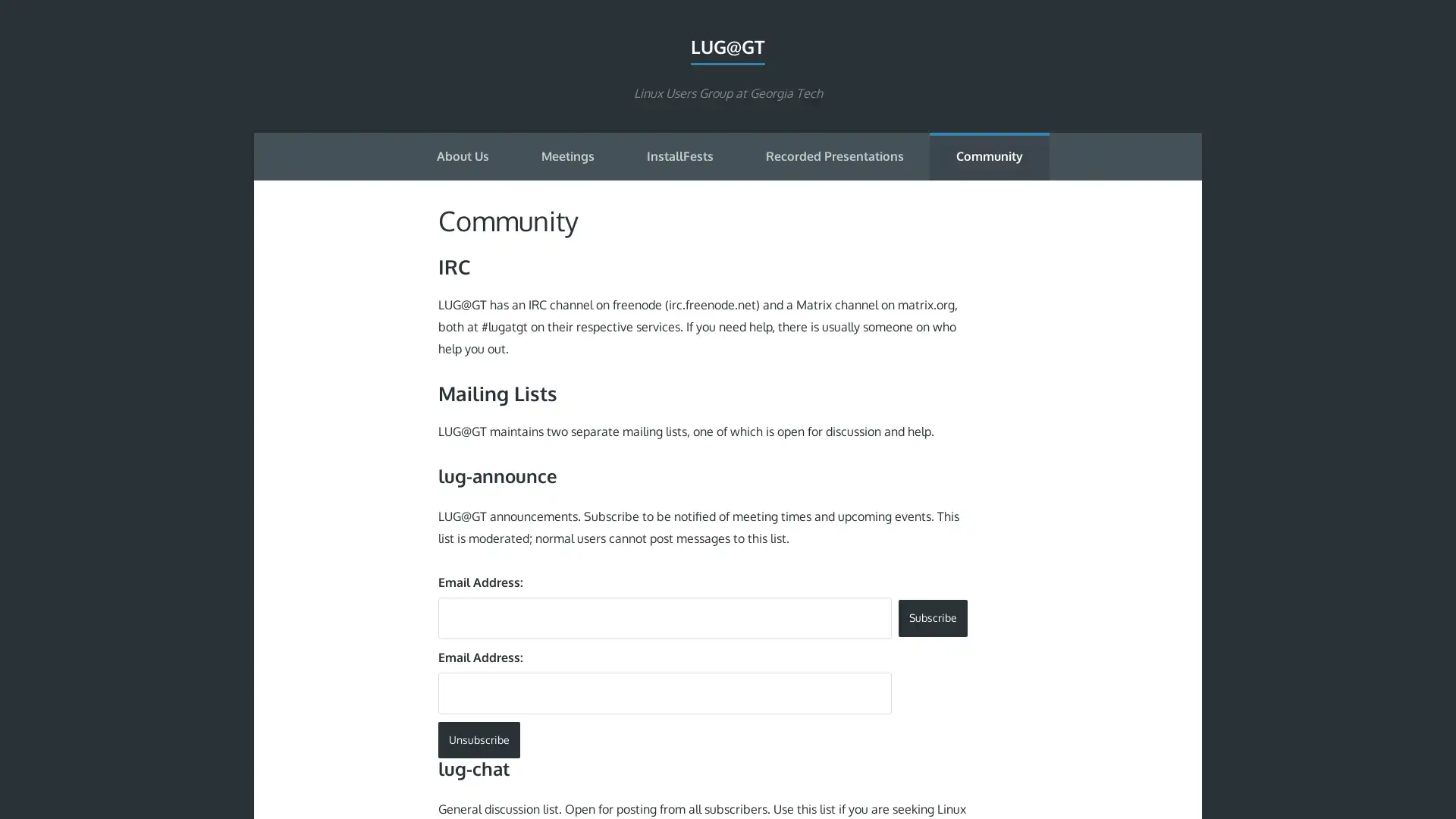 The image size is (1456, 819). Describe the element at coordinates (932, 618) in the screenshot. I see `Subscribe` at that location.